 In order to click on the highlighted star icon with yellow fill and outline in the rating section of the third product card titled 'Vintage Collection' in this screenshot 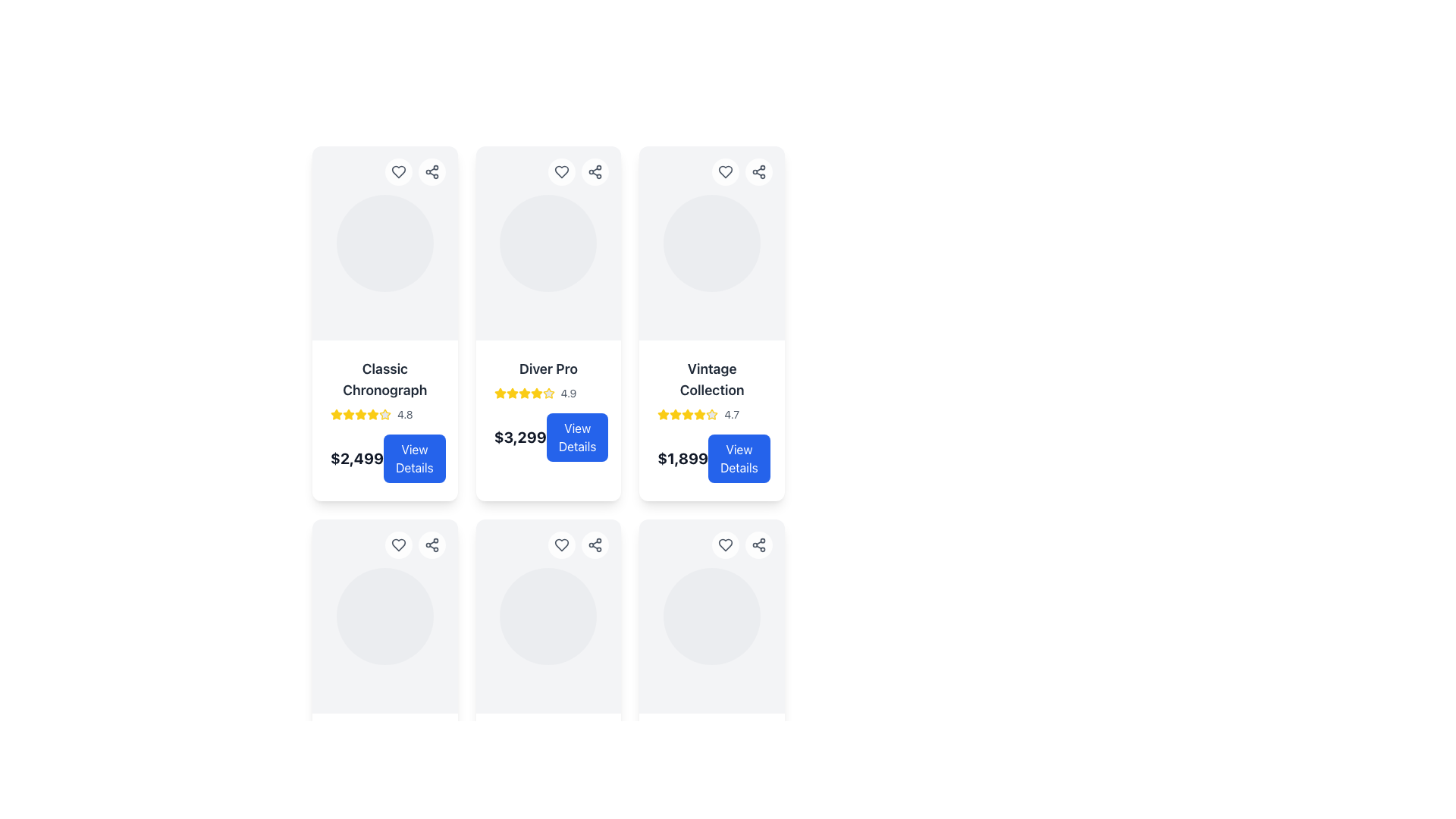, I will do `click(664, 414)`.